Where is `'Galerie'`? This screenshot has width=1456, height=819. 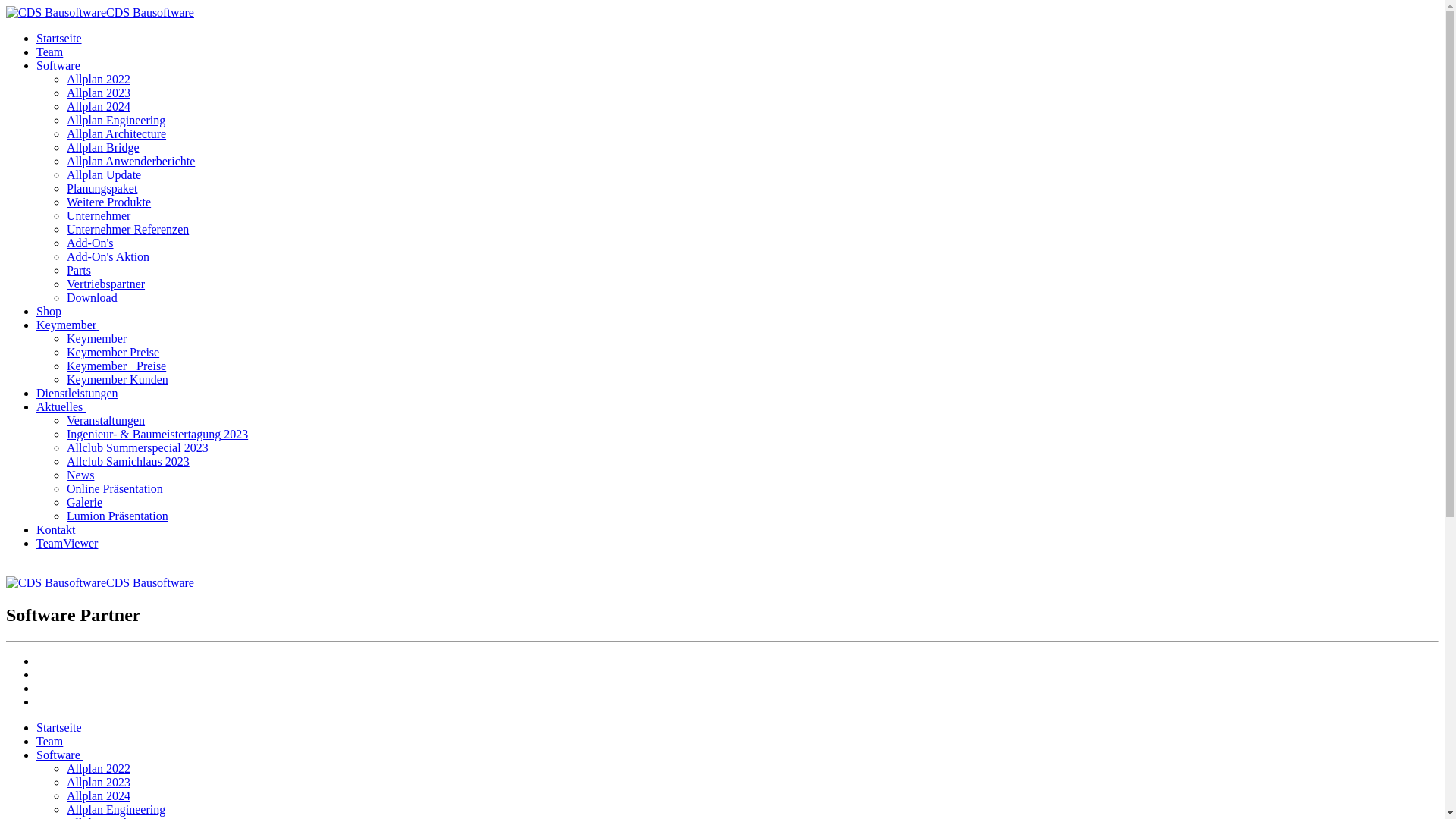
'Galerie' is located at coordinates (83, 502).